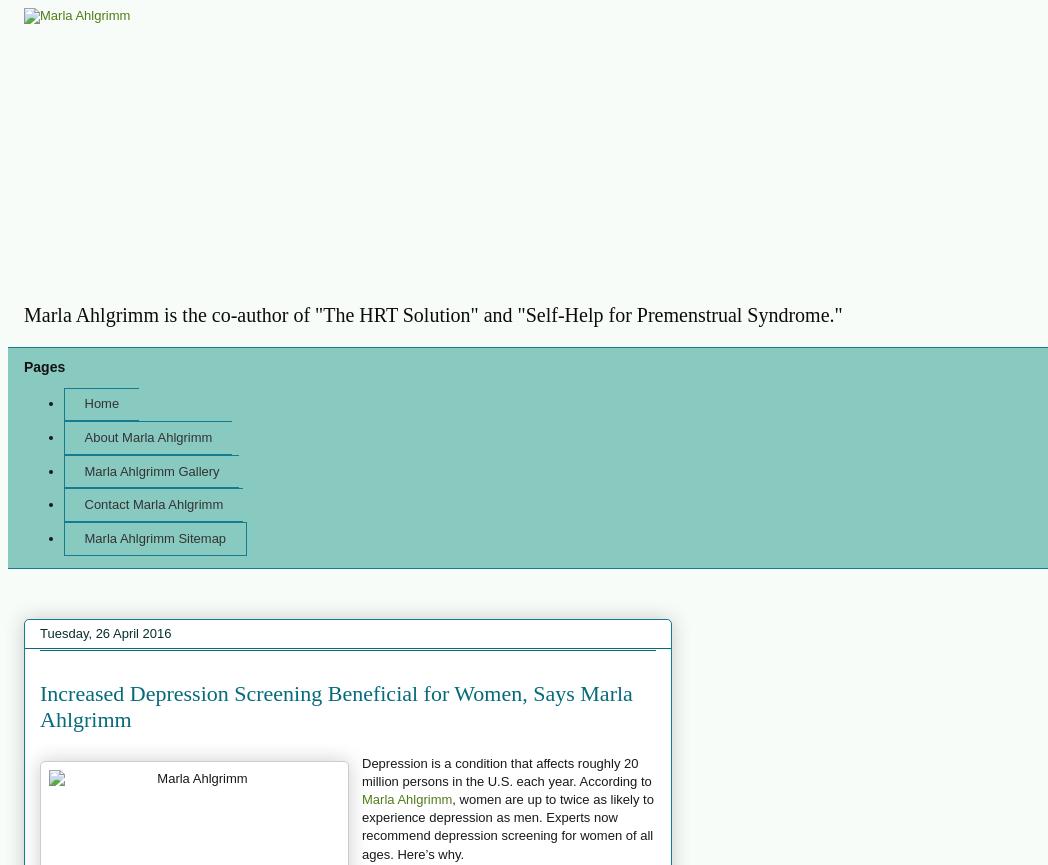 This screenshot has height=865, width=1048. Describe the element at coordinates (407, 797) in the screenshot. I see `'Marla Ahlgrimm'` at that location.